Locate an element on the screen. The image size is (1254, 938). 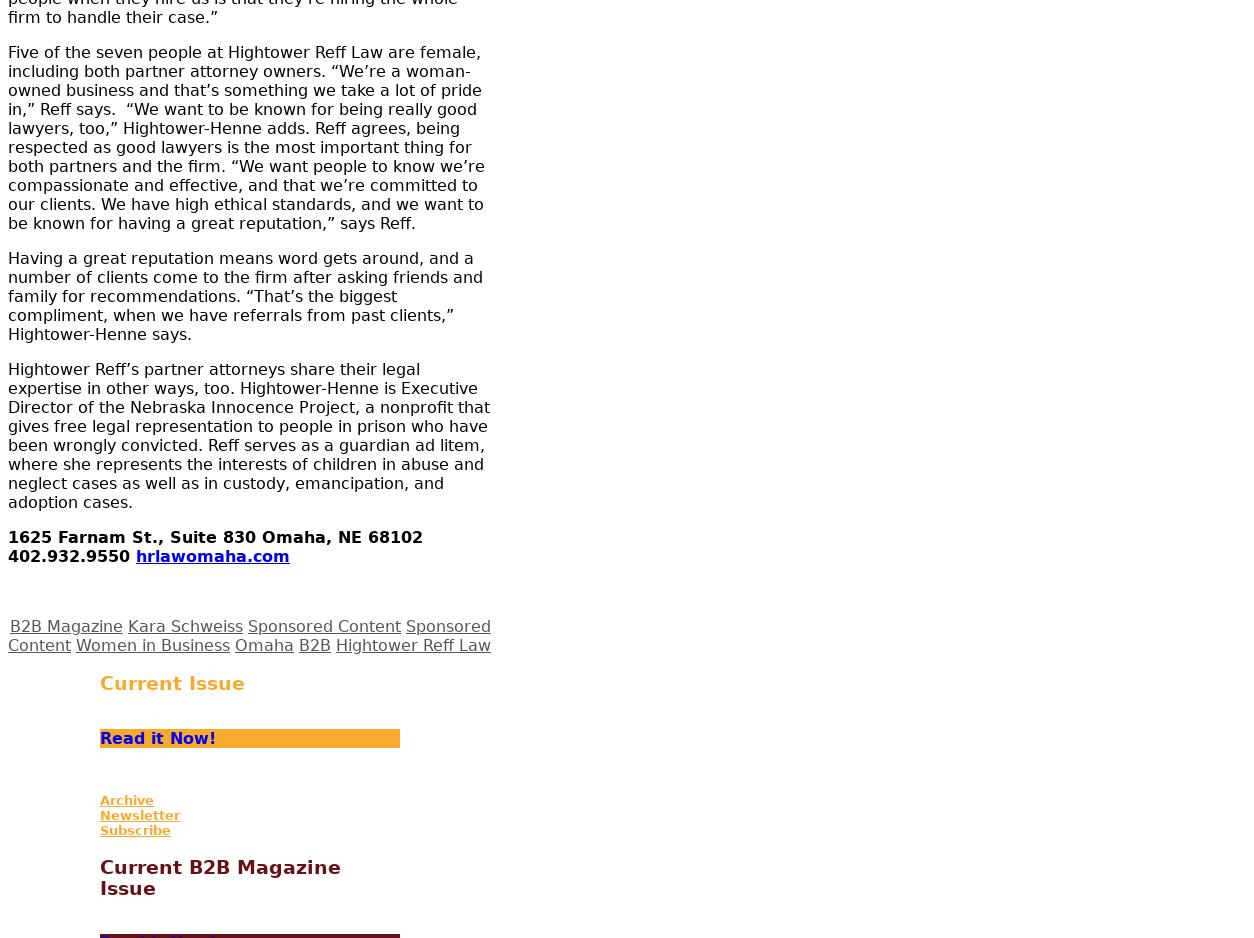
'Kara Schweiss' is located at coordinates (184, 625).